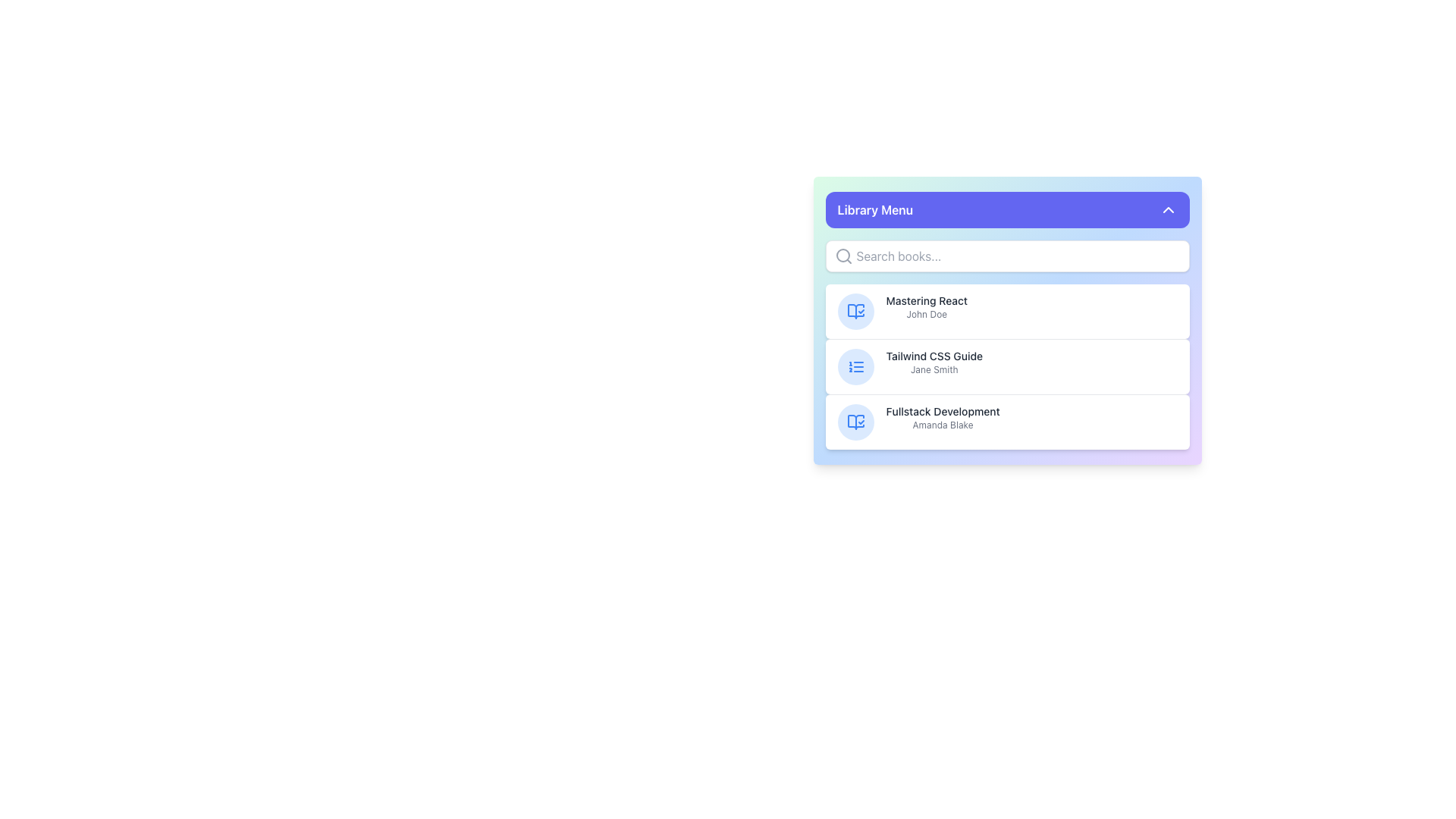 The image size is (1456, 819). I want to click on contributor information from the text label located beneath the title 'Mastering React' in the first entry of the book list, so click(926, 314).